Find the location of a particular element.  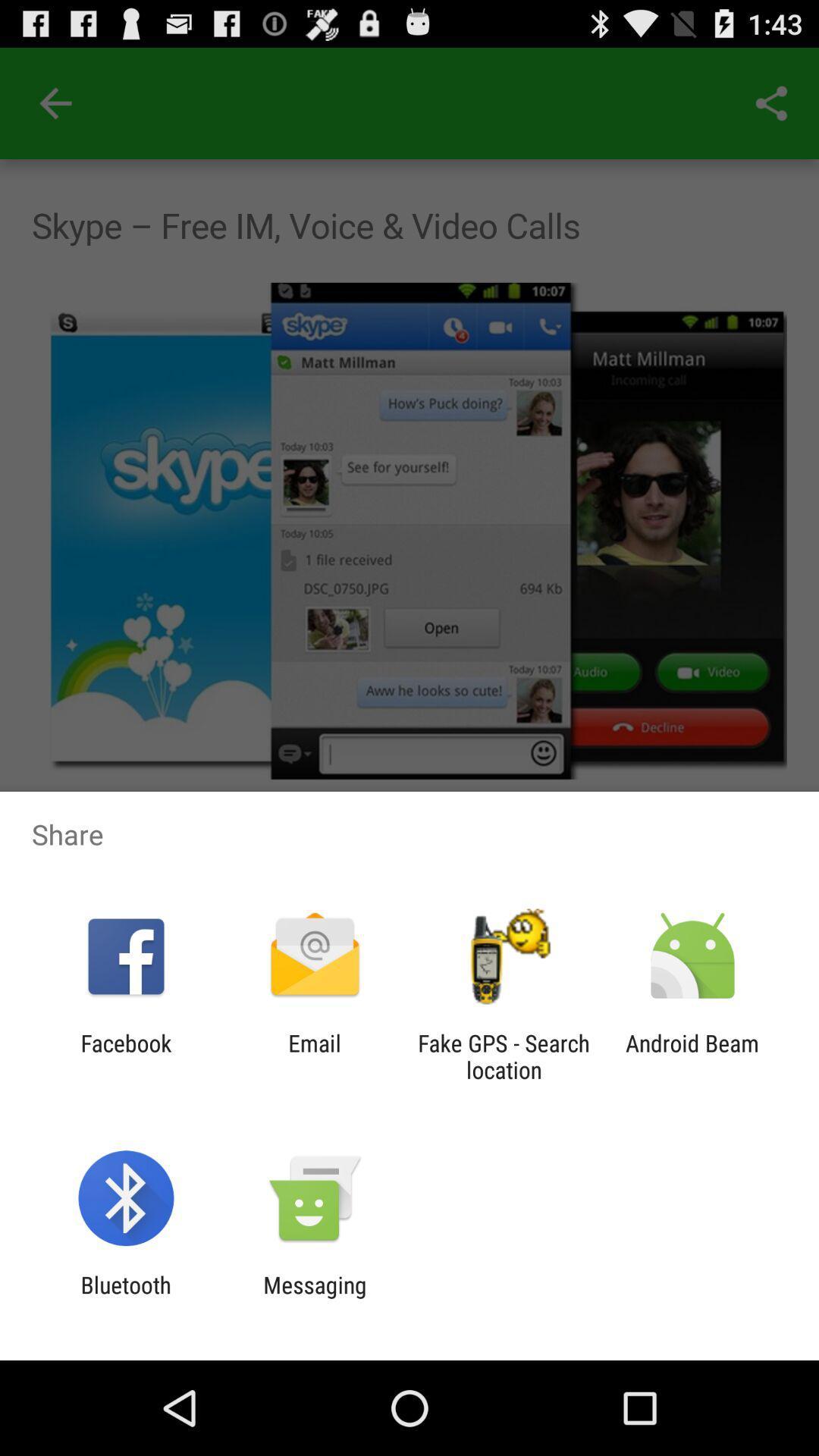

app next to the facebook app is located at coordinates (314, 1056).